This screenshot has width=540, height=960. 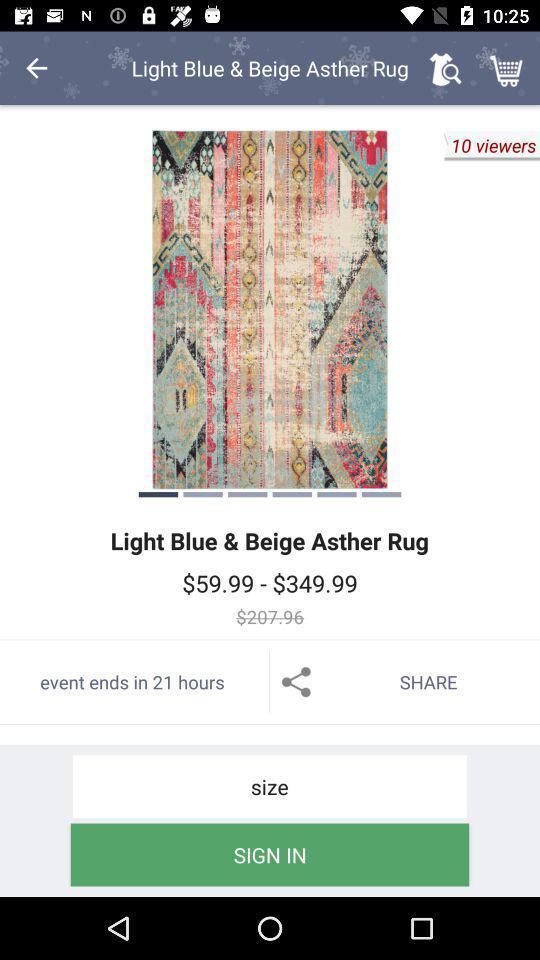 I want to click on the image, so click(x=270, y=309).